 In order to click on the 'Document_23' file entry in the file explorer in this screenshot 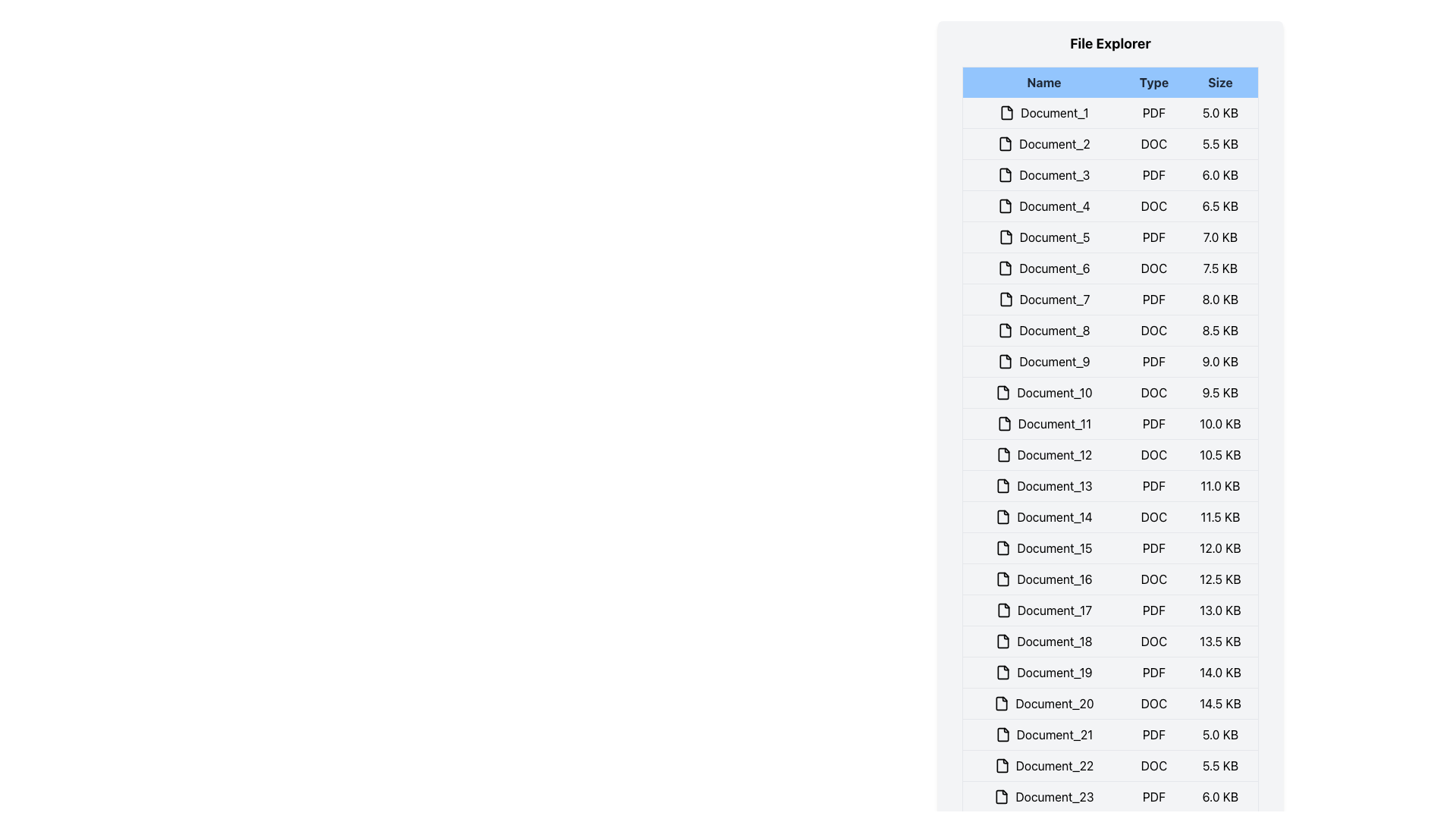, I will do `click(1110, 795)`.